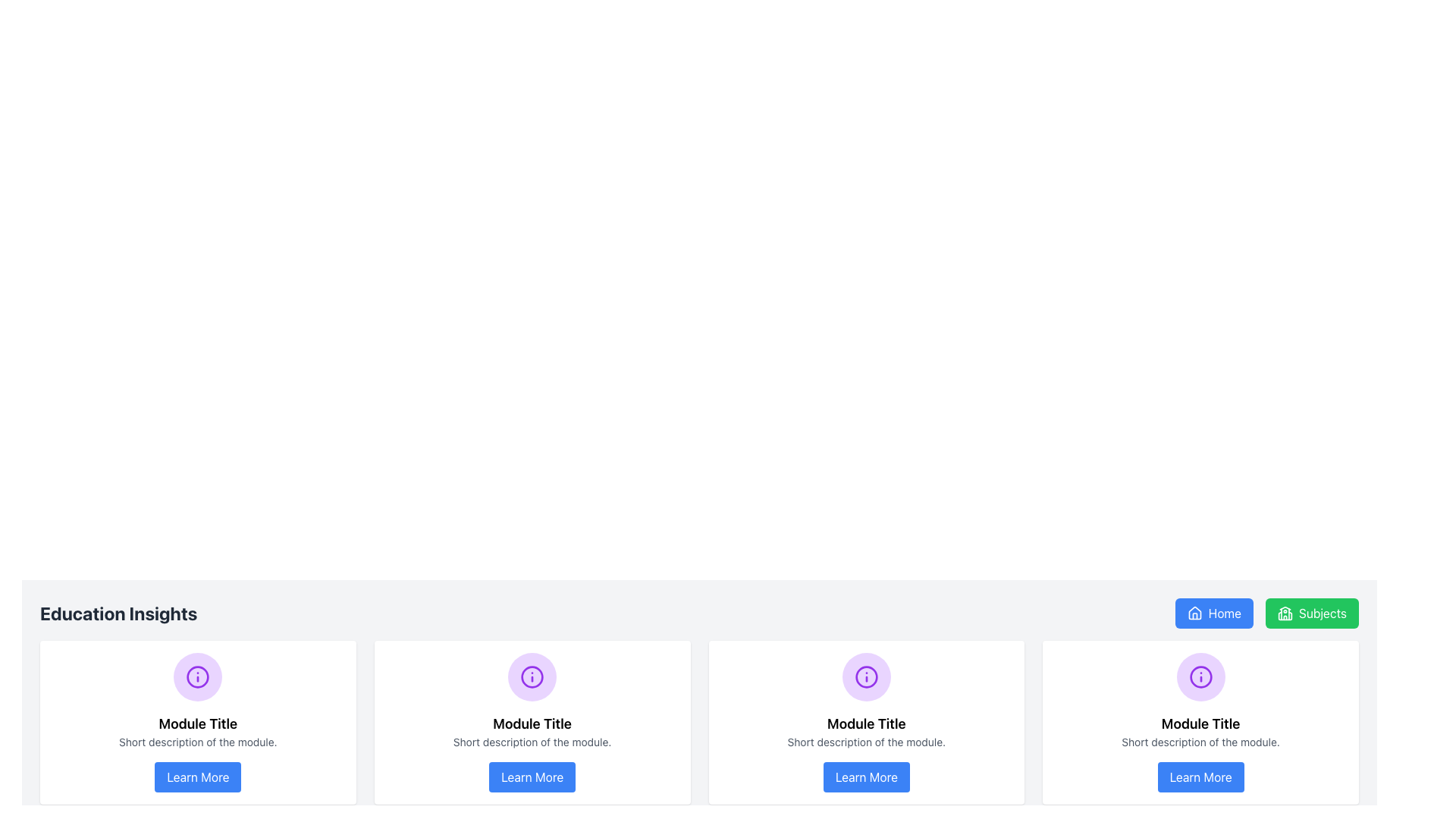 The height and width of the screenshot is (819, 1456). I want to click on text label that provides the title of the module located in the fourth card from the left, following the purple circular icon with an information symbol, so click(1200, 723).